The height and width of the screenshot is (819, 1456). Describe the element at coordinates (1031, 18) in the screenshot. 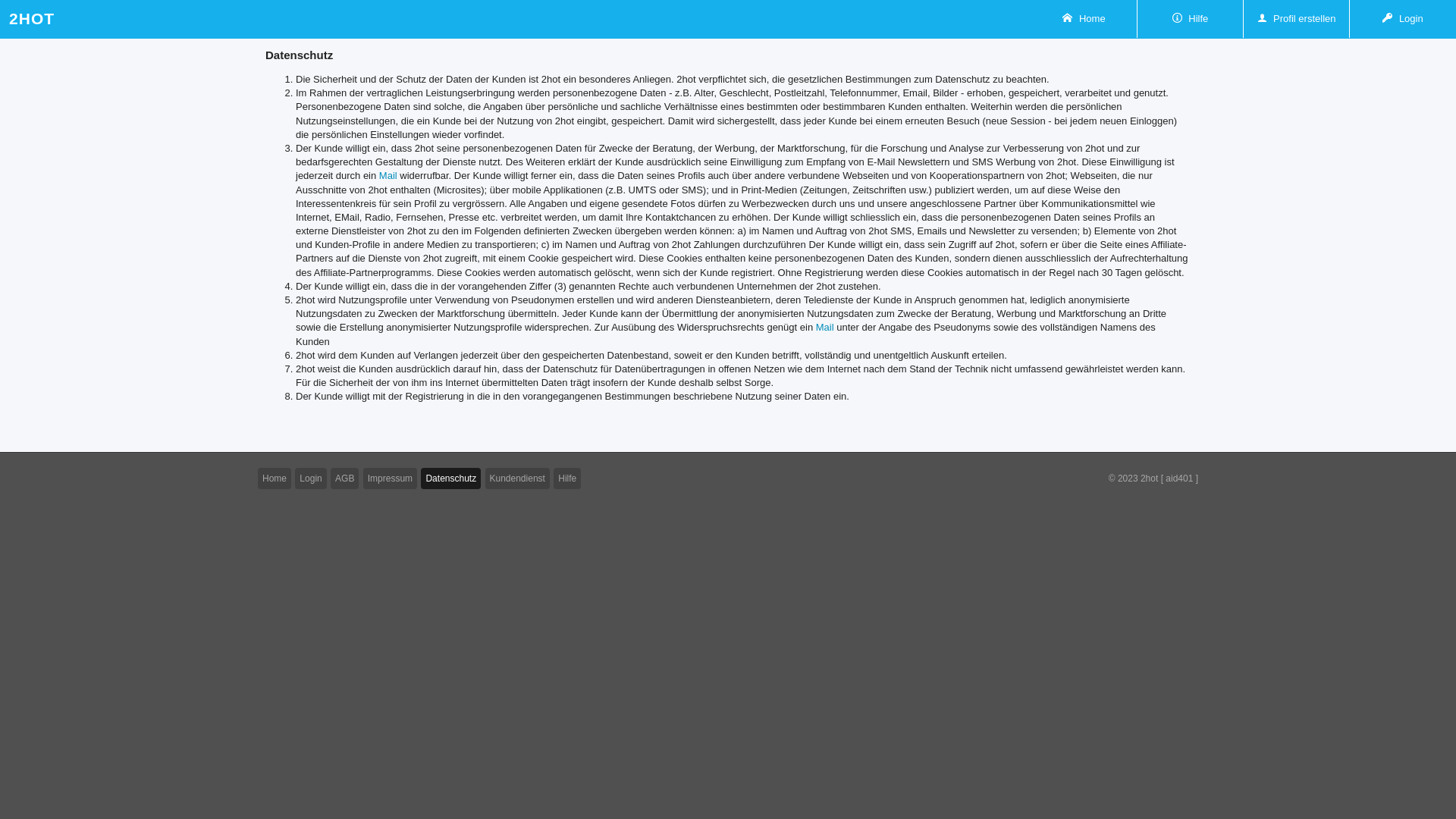

I see `'Home'` at that location.